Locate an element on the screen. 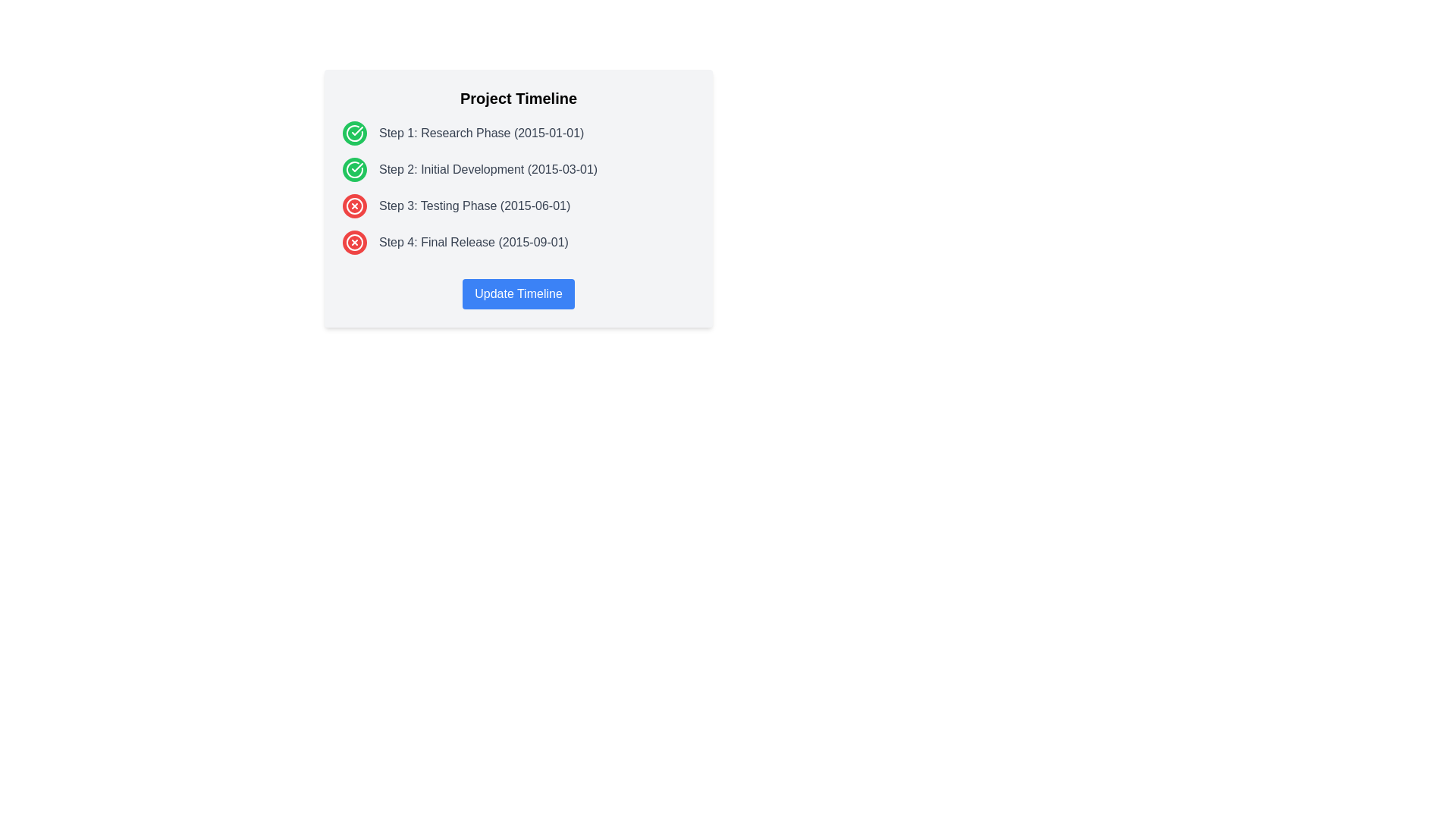 This screenshot has height=819, width=1456. the green circular icon with a white checkmark inside, which signifies completion, located in the second line of the project timeline before 'Step 2: Initial Development (2015-03-01)' is located at coordinates (353, 169).